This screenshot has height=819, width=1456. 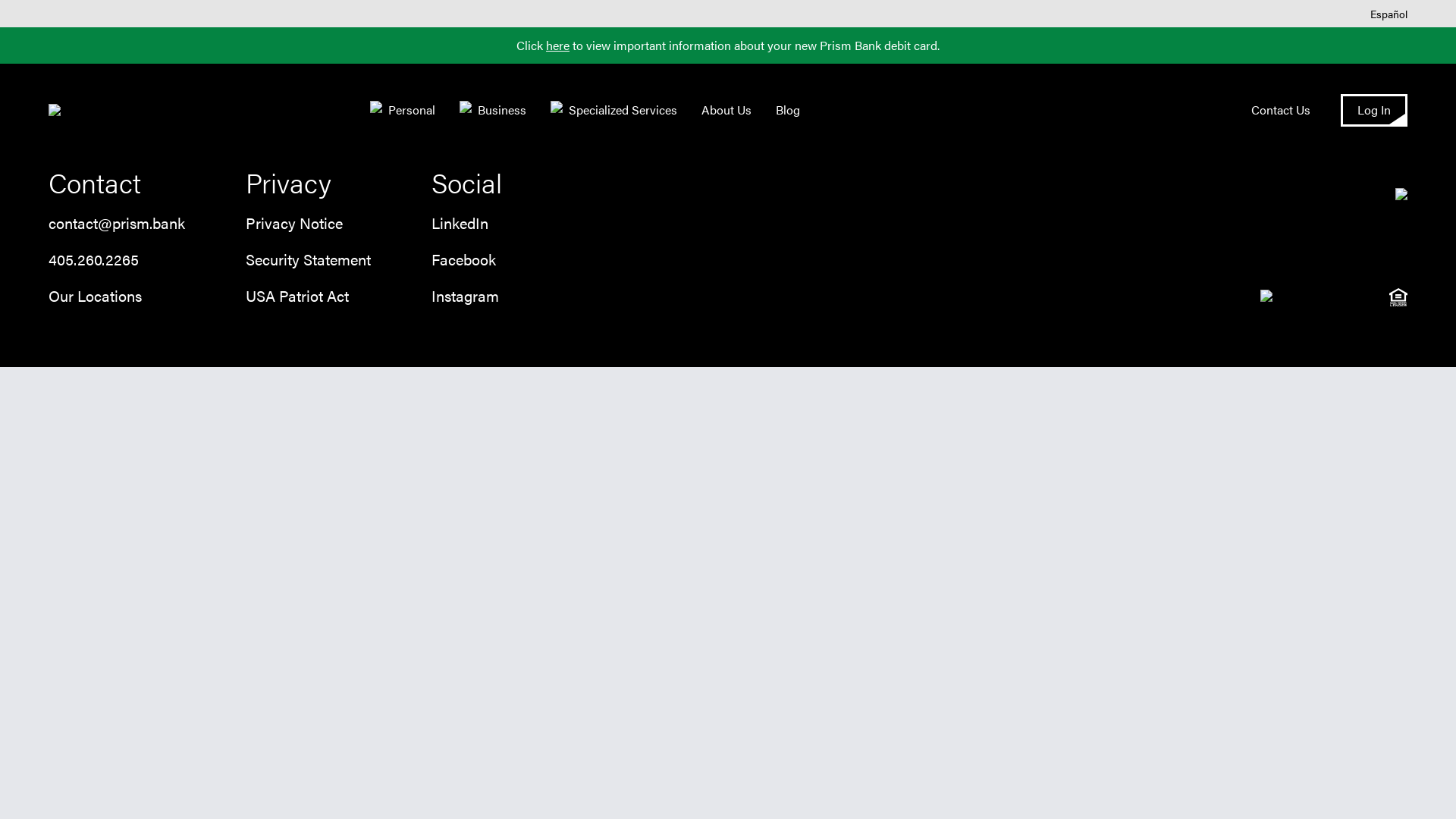 What do you see at coordinates (459, 222) in the screenshot?
I see `'LinkedIn'` at bounding box center [459, 222].